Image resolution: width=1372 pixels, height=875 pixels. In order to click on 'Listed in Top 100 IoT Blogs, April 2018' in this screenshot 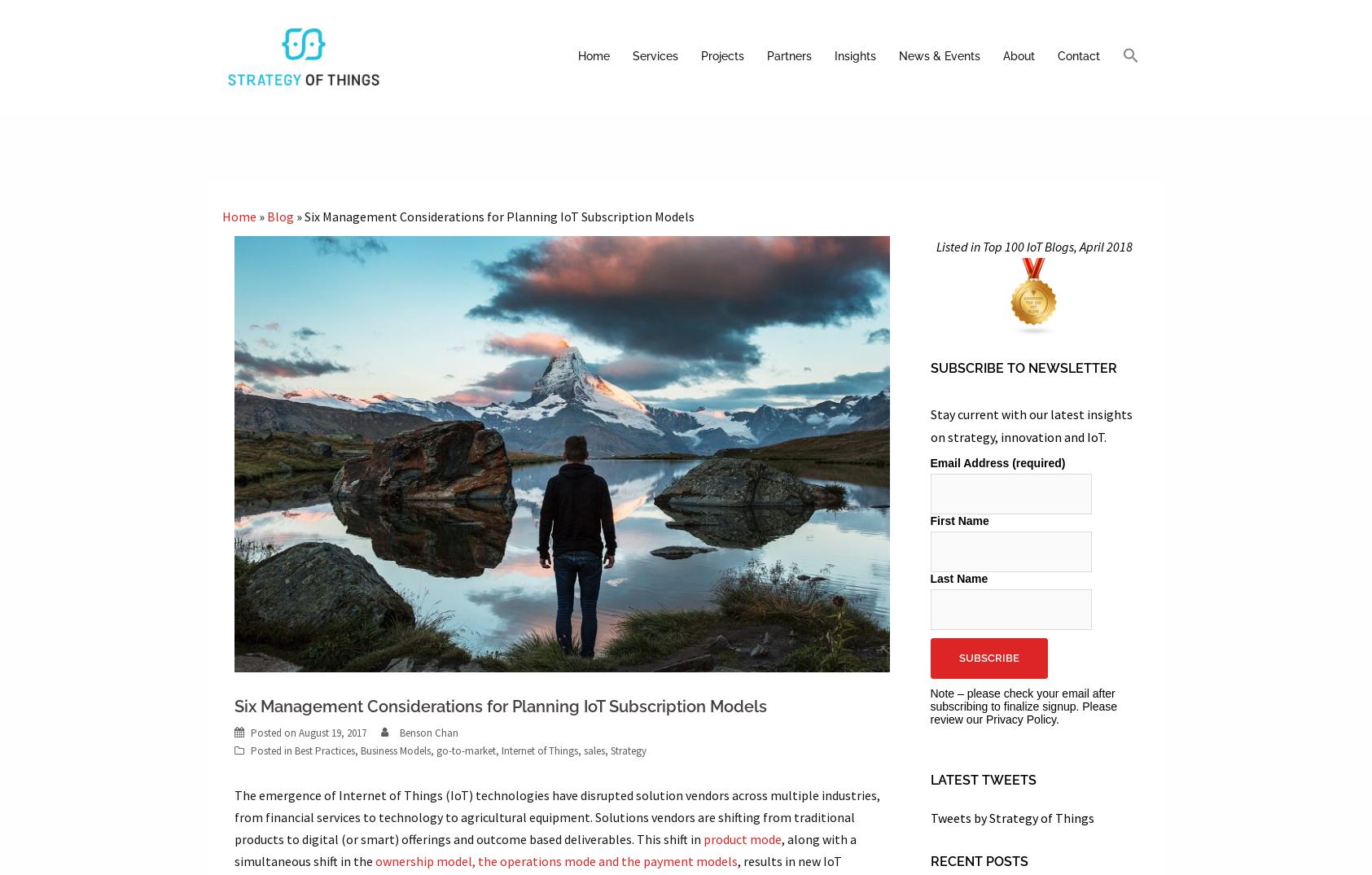, I will do `click(935, 246)`.